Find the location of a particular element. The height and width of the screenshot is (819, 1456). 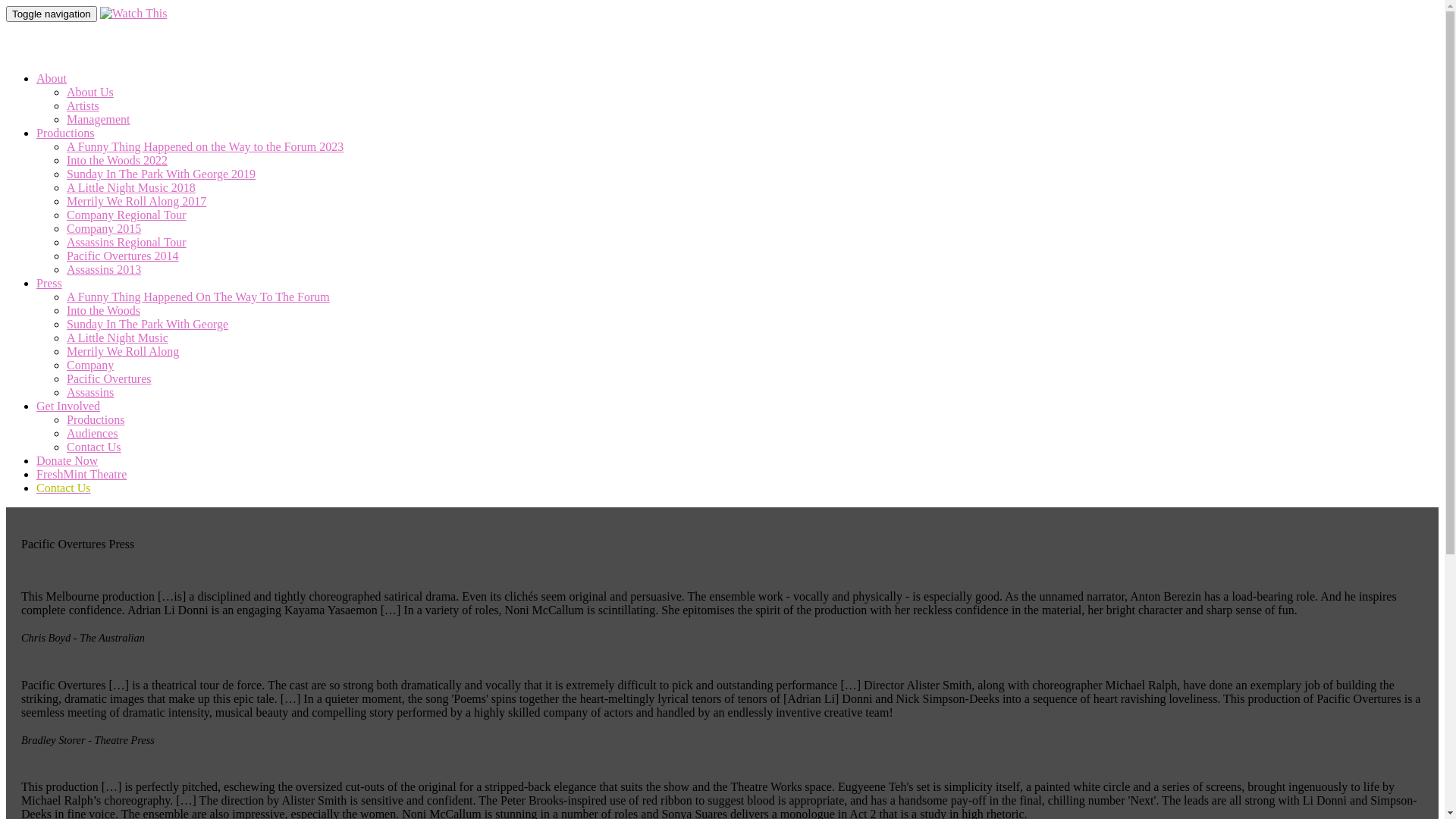

'Into the Woods' is located at coordinates (65, 309).